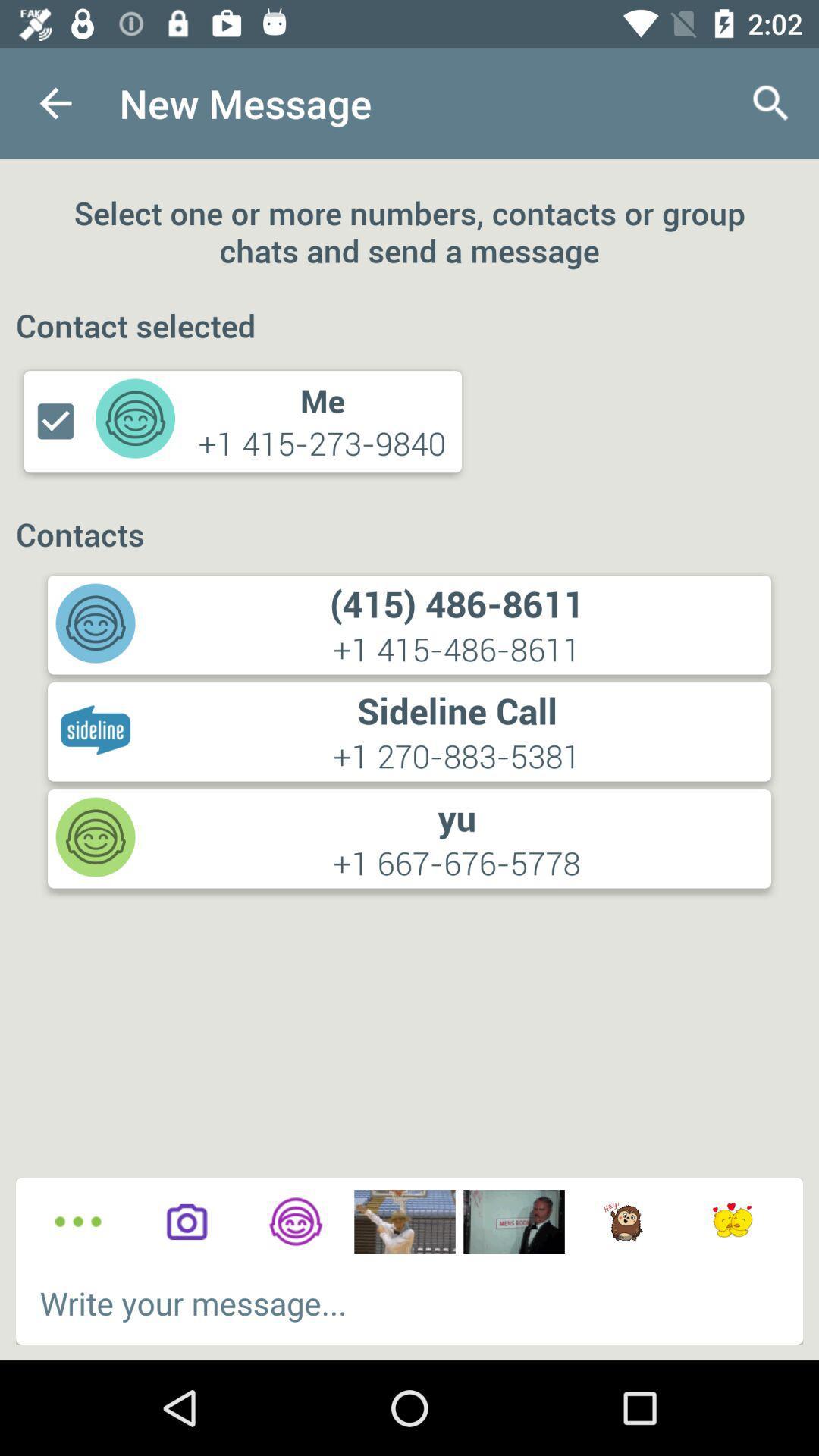  Describe the element at coordinates (731, 1222) in the screenshot. I see `emoji love` at that location.